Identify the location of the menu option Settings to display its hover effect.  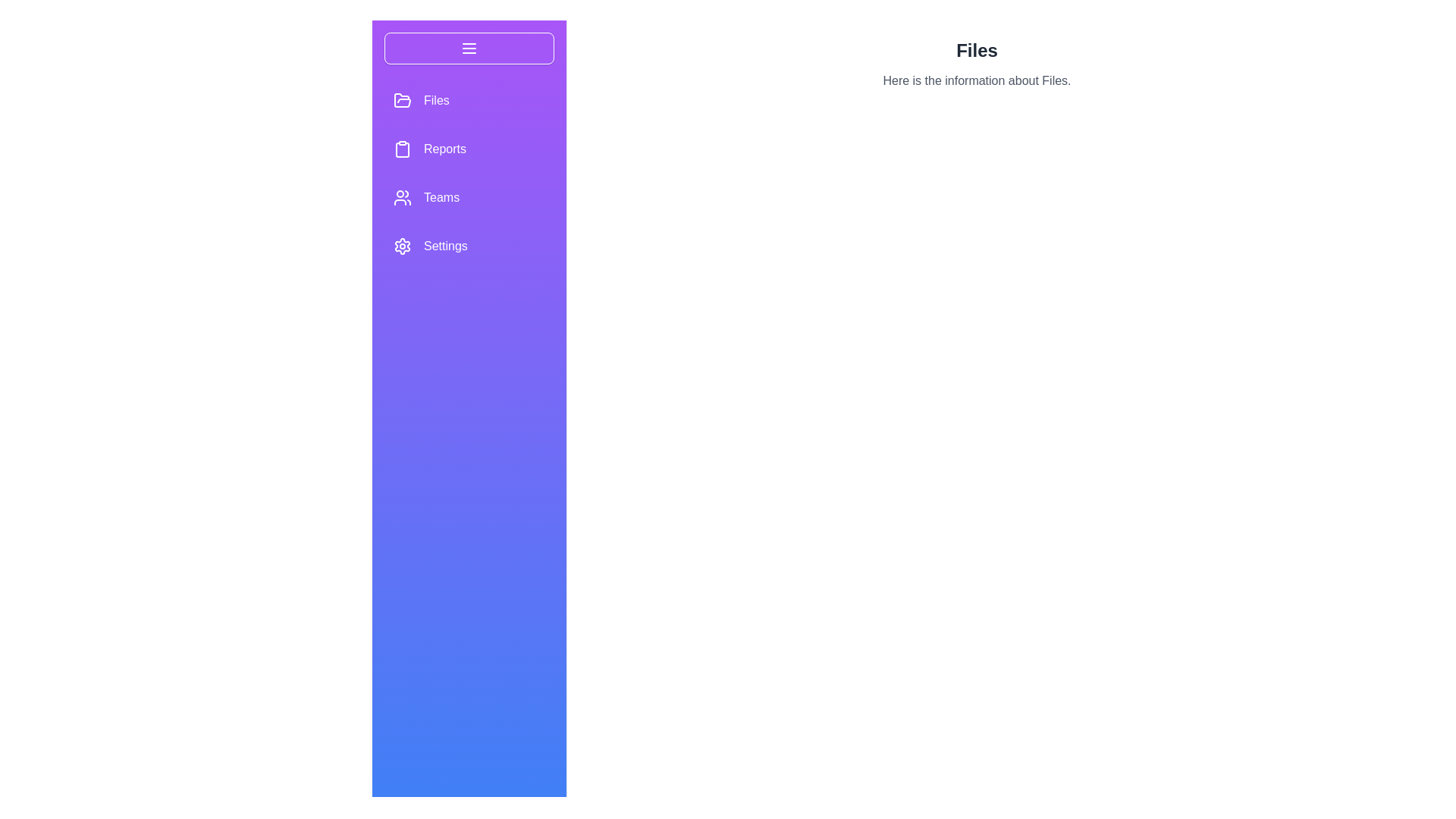
(469, 245).